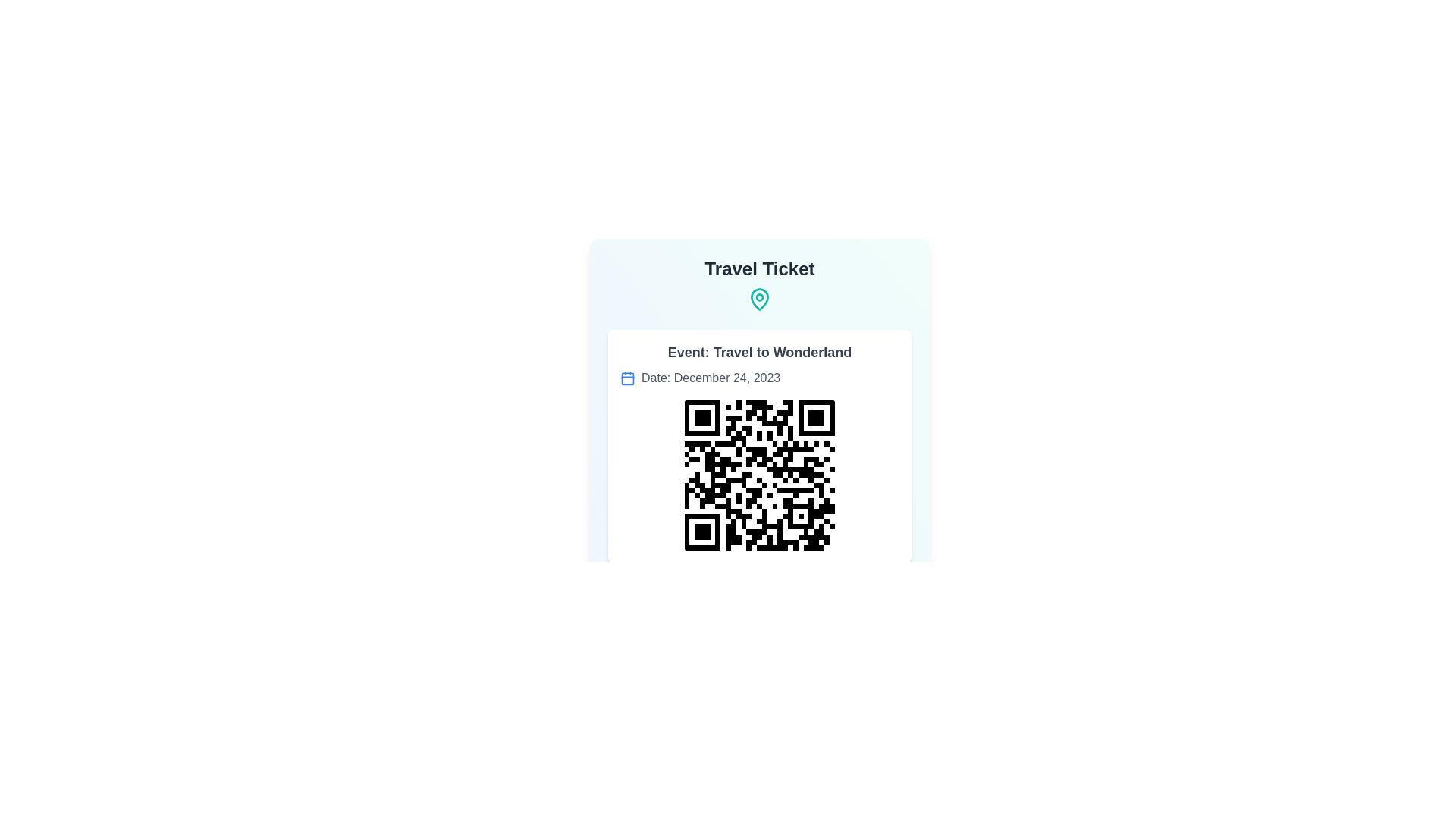 The image size is (1456, 819). I want to click on QR code image located below the 'Date: December 24, 2023' text within the centered card titled 'Event: Travel to Wonderland', so click(760, 475).